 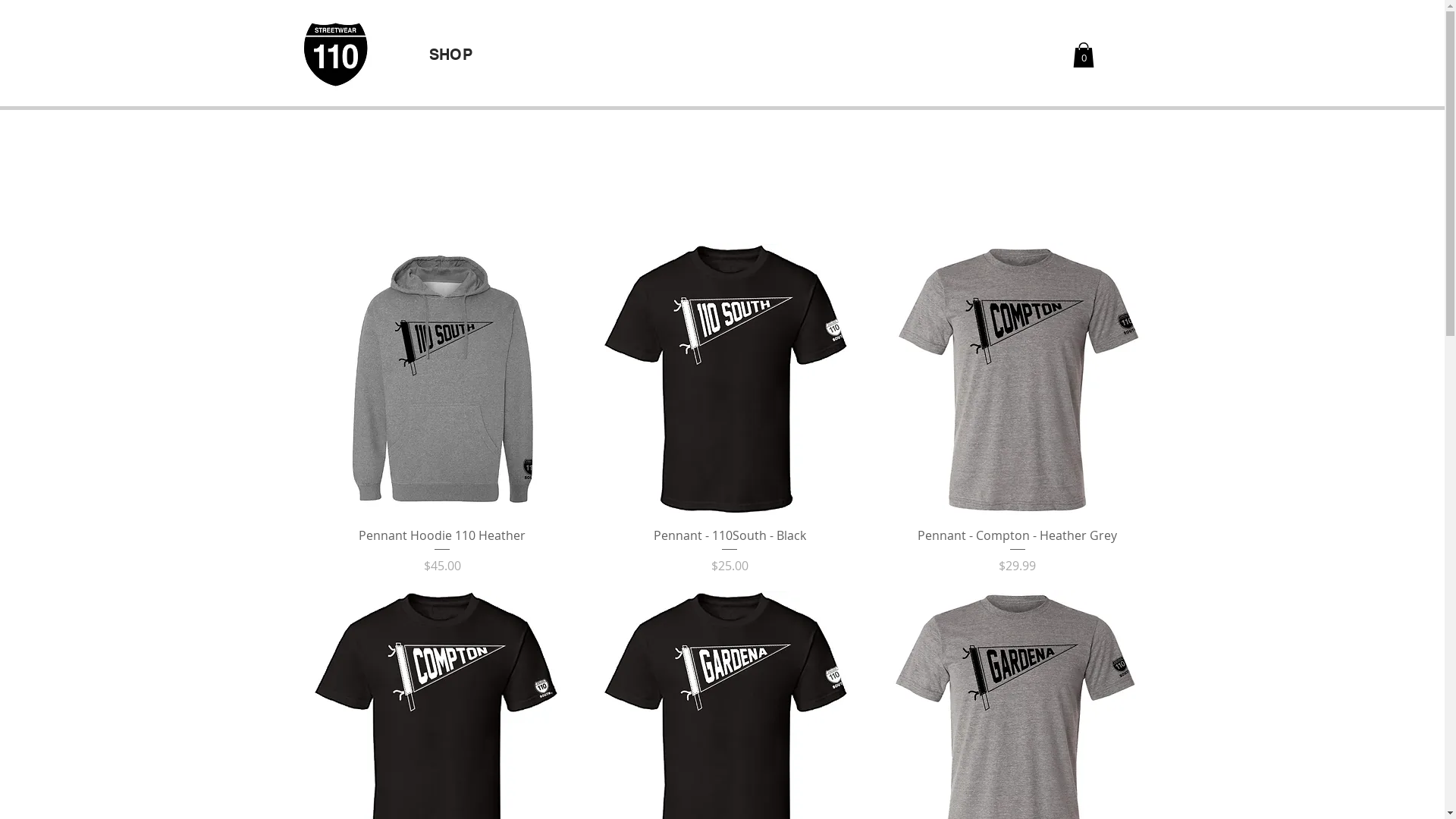 What do you see at coordinates (428, 53) in the screenshot?
I see `'SHOP'` at bounding box center [428, 53].